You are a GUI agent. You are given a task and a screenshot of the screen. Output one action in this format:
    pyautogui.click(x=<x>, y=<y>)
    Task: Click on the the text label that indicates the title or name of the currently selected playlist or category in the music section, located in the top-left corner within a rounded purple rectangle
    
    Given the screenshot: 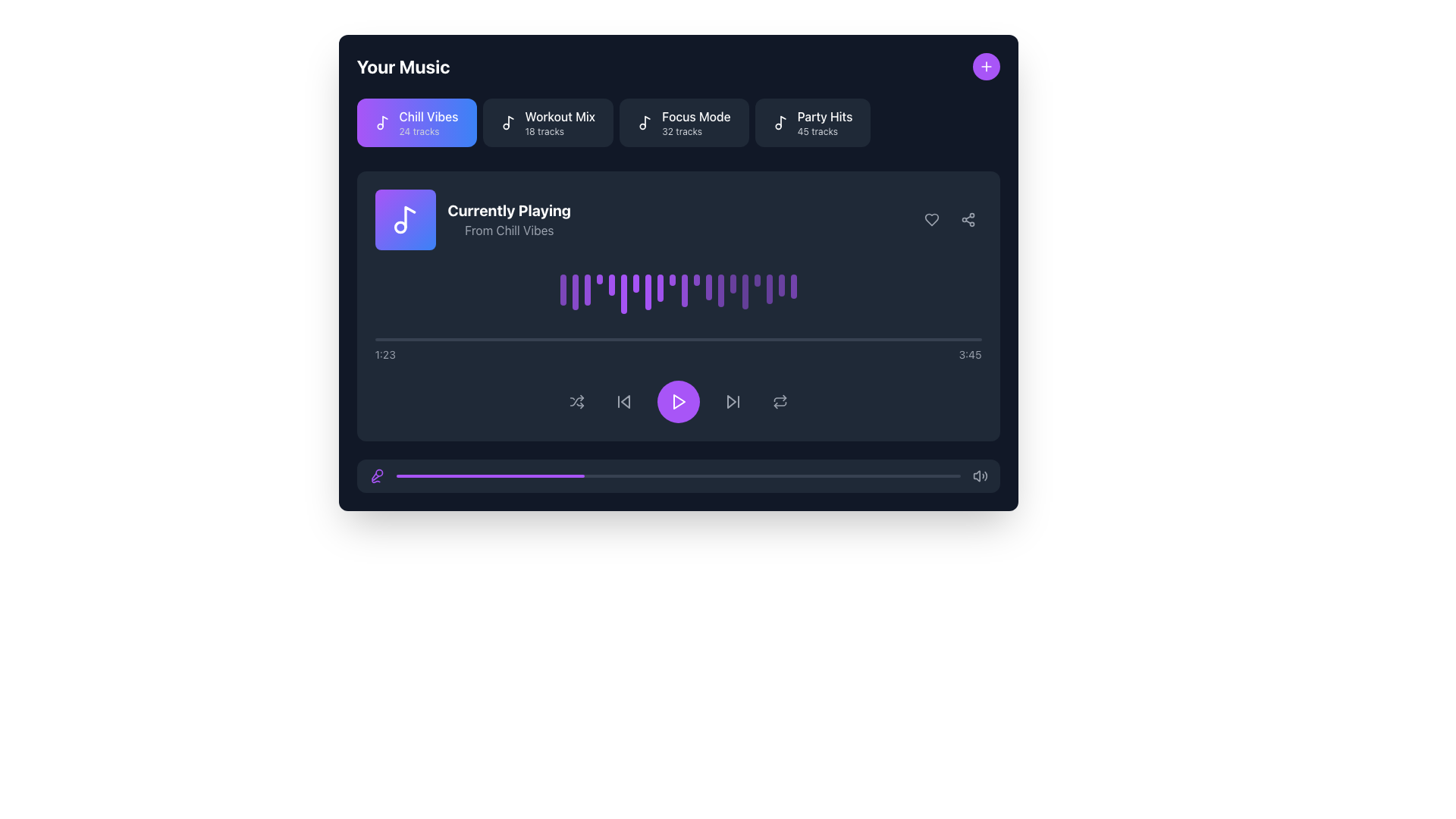 What is the action you would take?
    pyautogui.click(x=428, y=116)
    